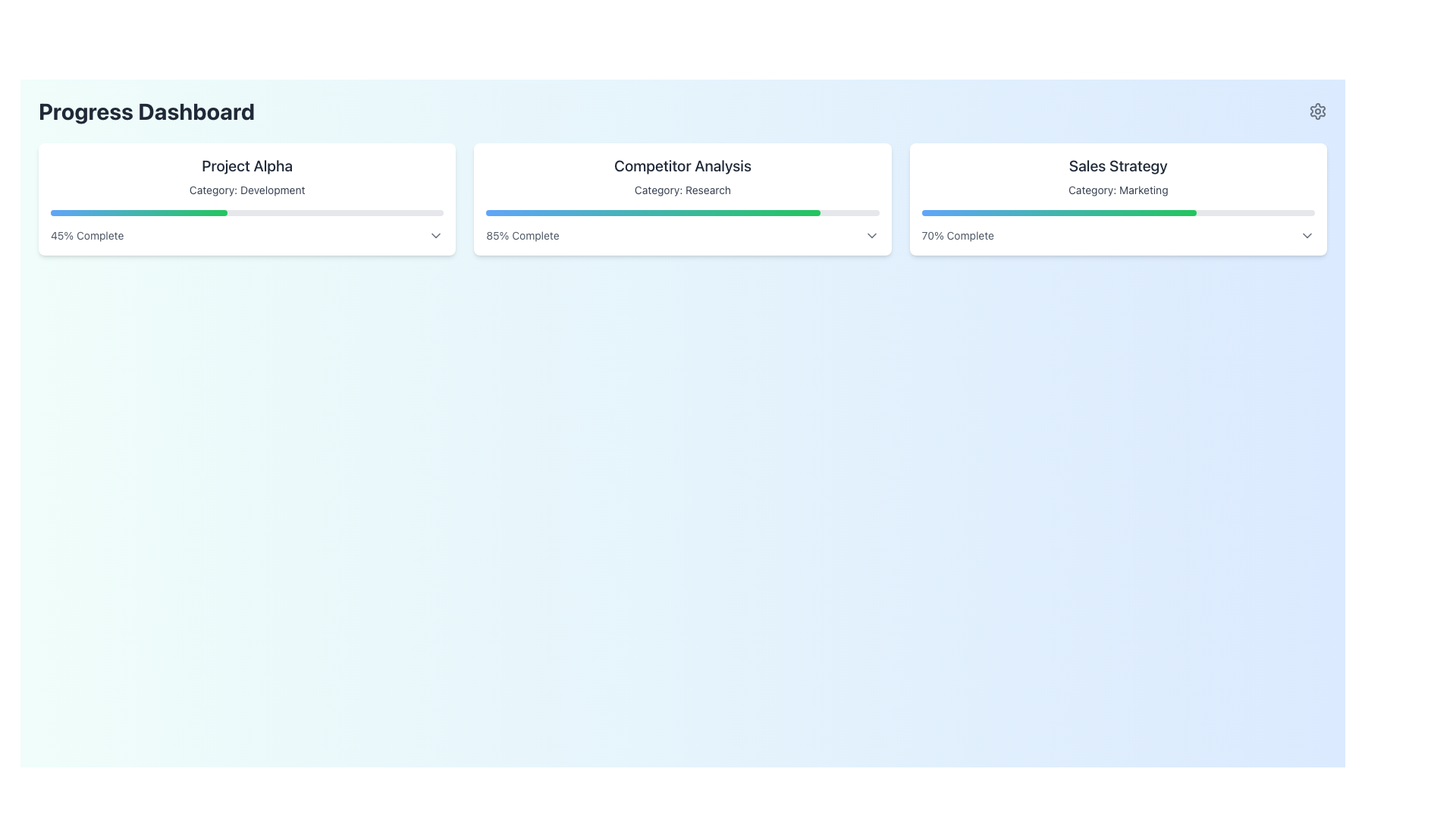  What do you see at coordinates (247, 236) in the screenshot?
I see `the dropdown control associated with the completion percentage label for Project Alpha, located at the bottom right of the card` at bounding box center [247, 236].